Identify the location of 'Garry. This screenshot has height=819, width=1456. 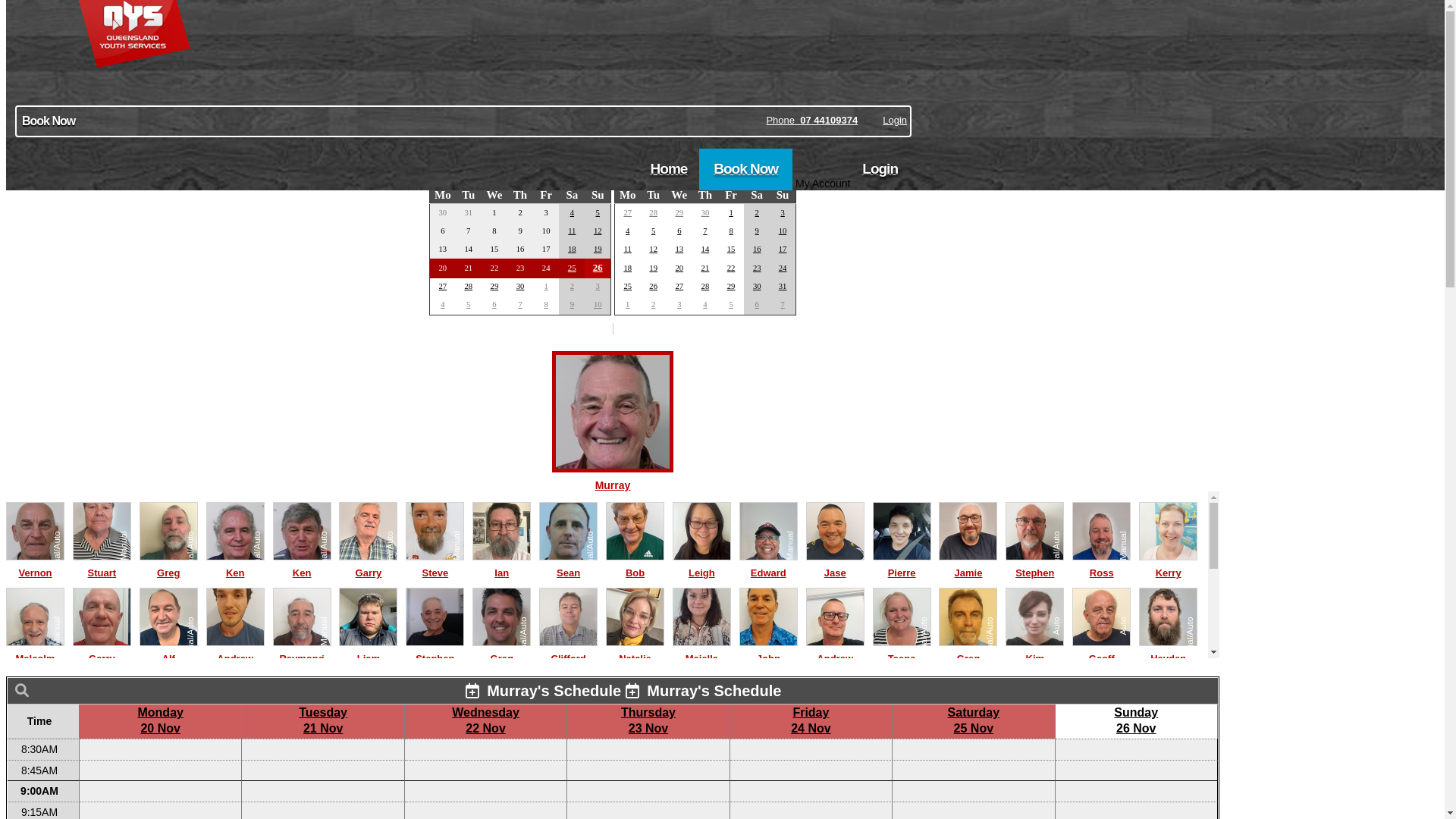
(337, 565).